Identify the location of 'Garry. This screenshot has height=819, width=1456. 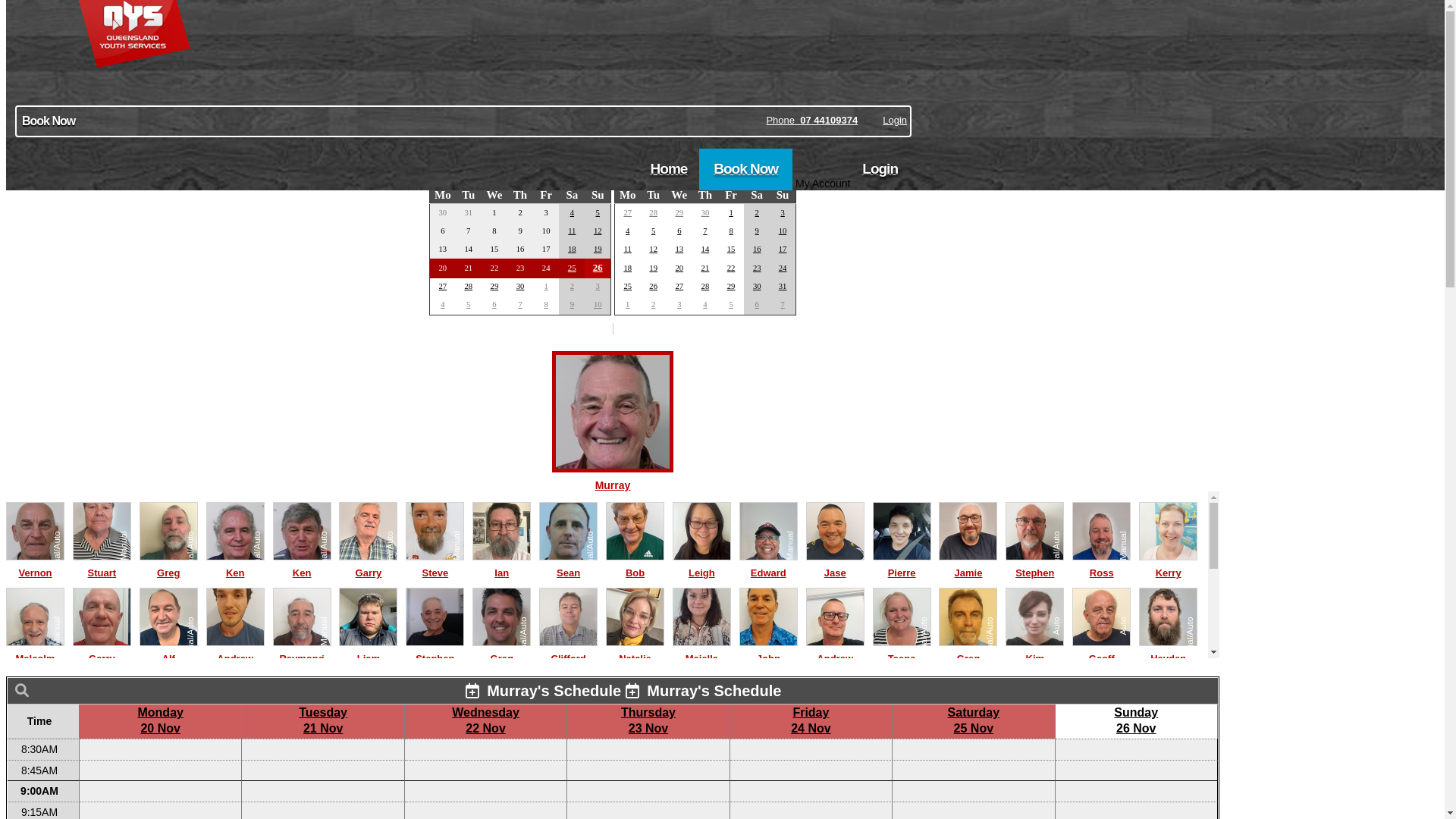
(337, 565).